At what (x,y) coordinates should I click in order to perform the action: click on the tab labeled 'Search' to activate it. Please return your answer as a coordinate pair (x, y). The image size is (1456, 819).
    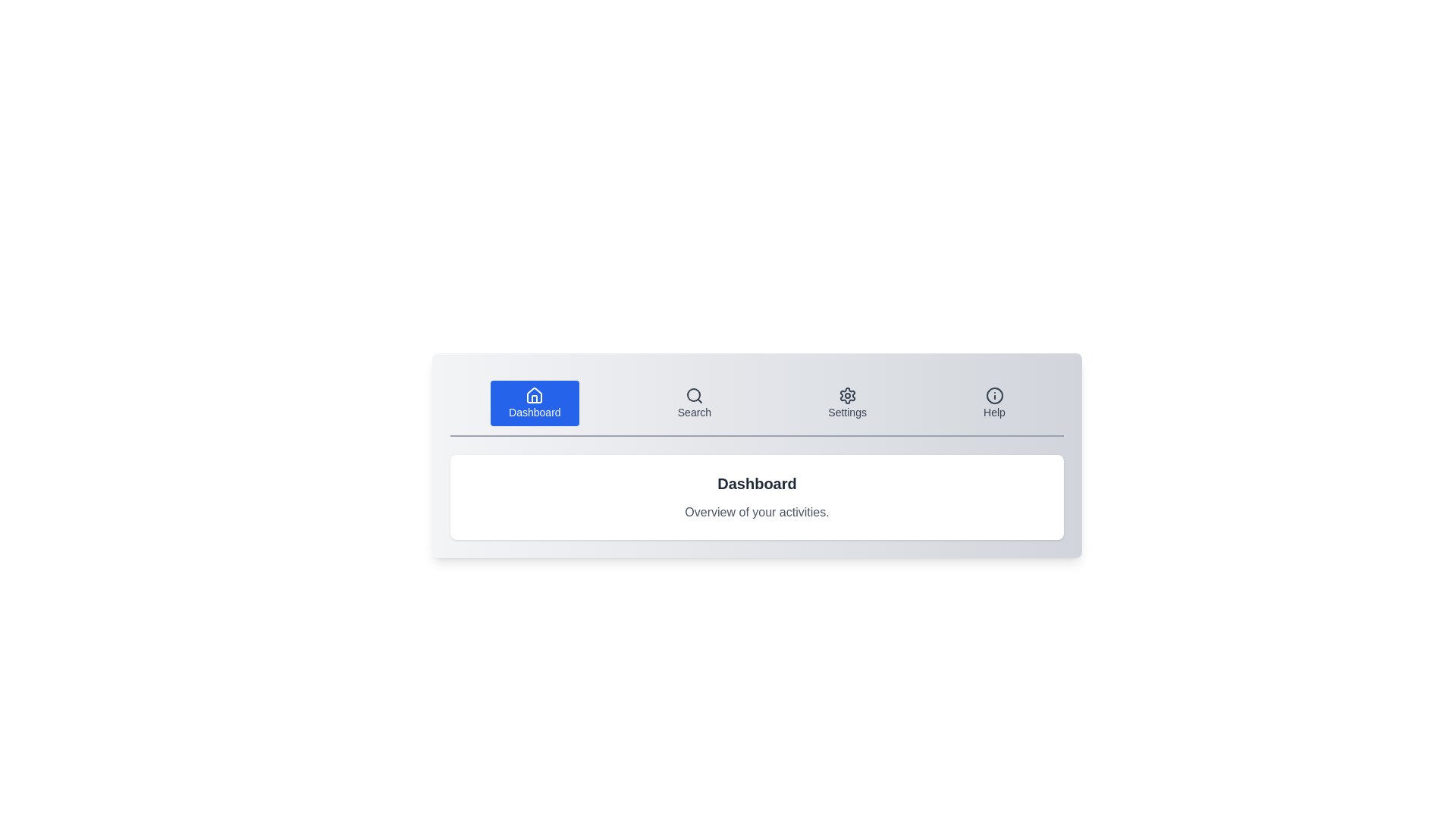
    Looking at the image, I should click on (694, 403).